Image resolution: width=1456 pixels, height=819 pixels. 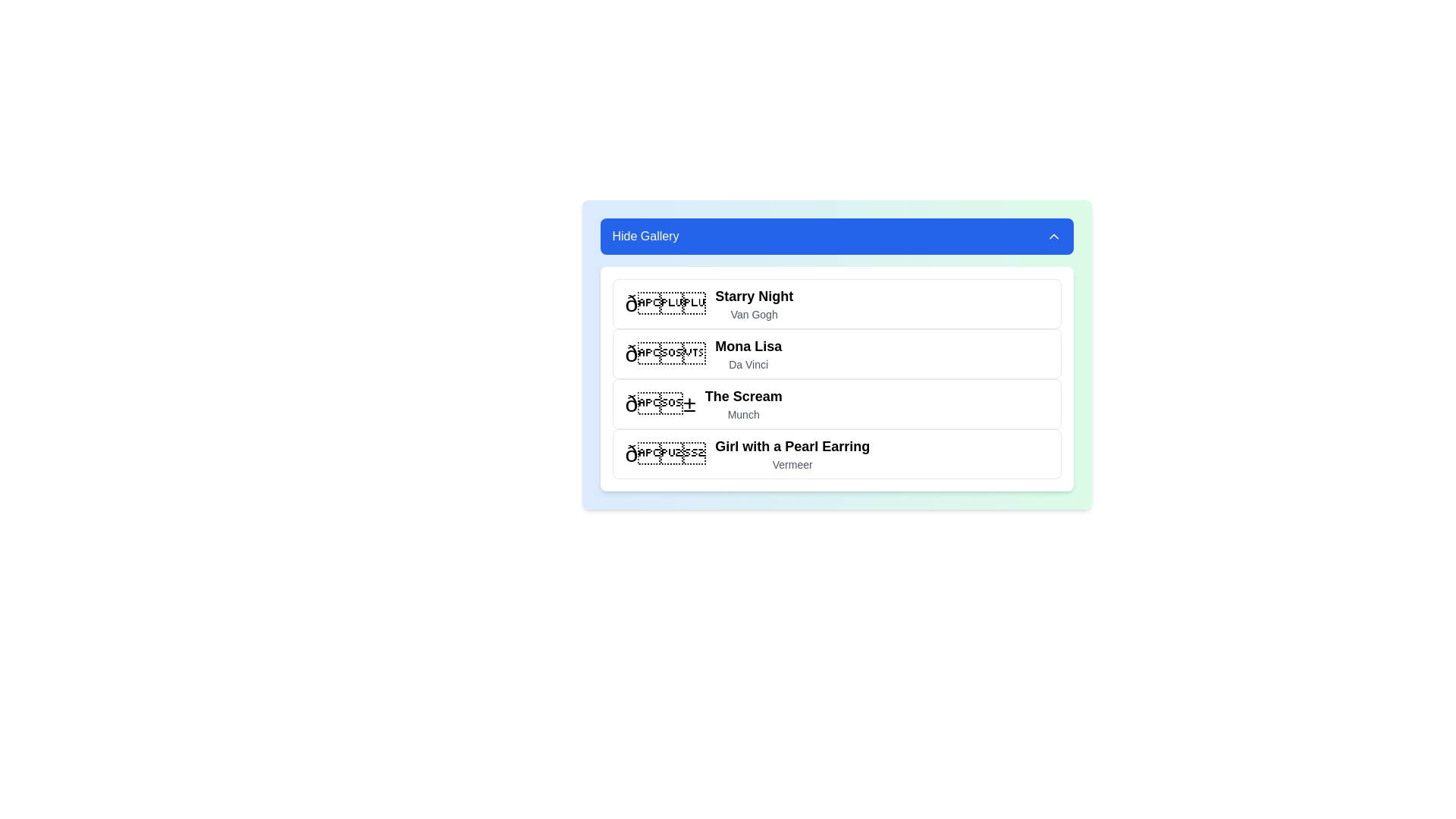 I want to click on the Text Label with Icon for 'Girl with a Pearl Earring', so click(x=747, y=453).